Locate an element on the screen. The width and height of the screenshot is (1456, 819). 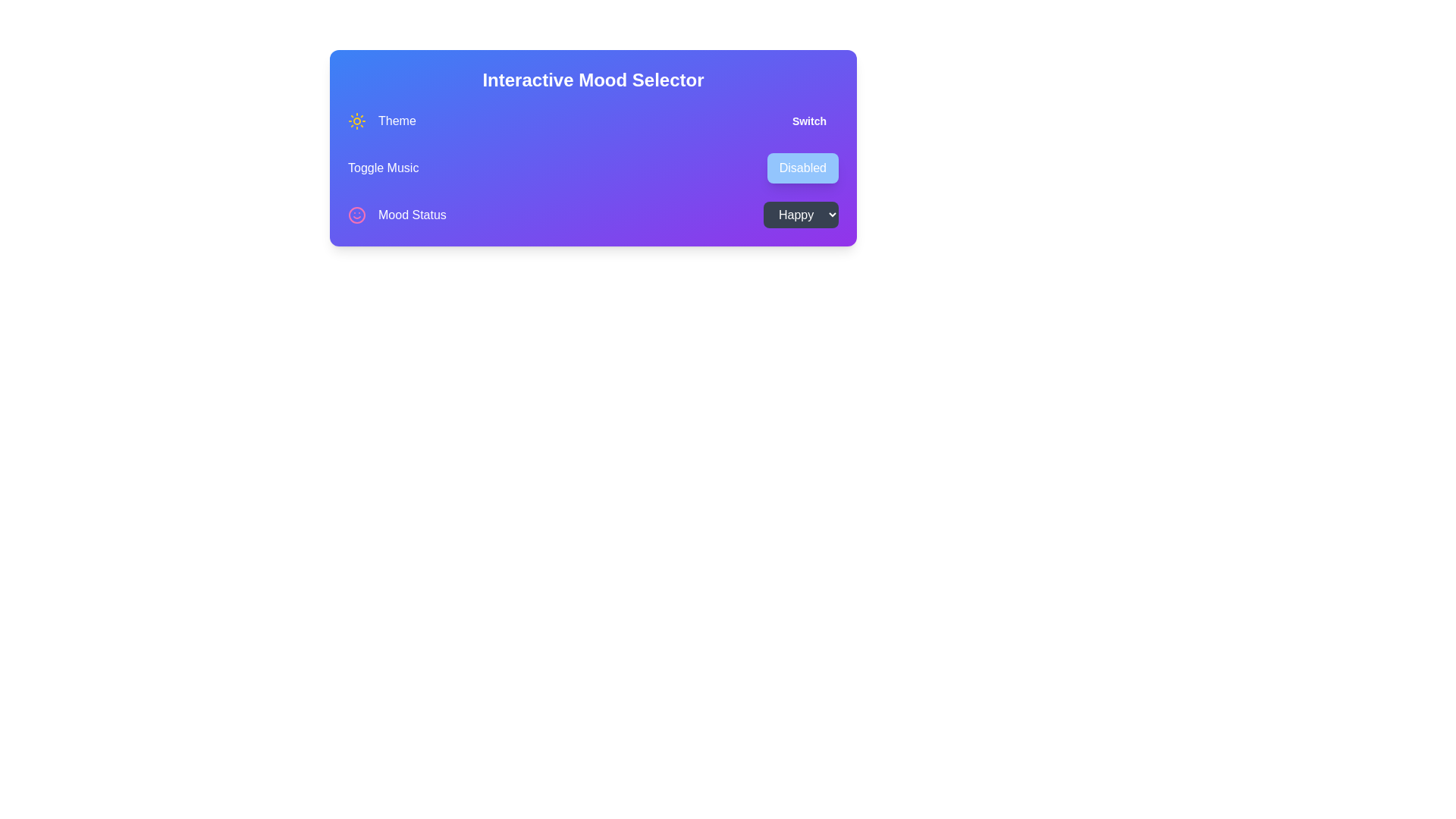
the 'Theme' label text, which is displayed in medium-weight font and positioned to the right of a sun icon within the 'Interactive Mood Selector' card is located at coordinates (397, 120).